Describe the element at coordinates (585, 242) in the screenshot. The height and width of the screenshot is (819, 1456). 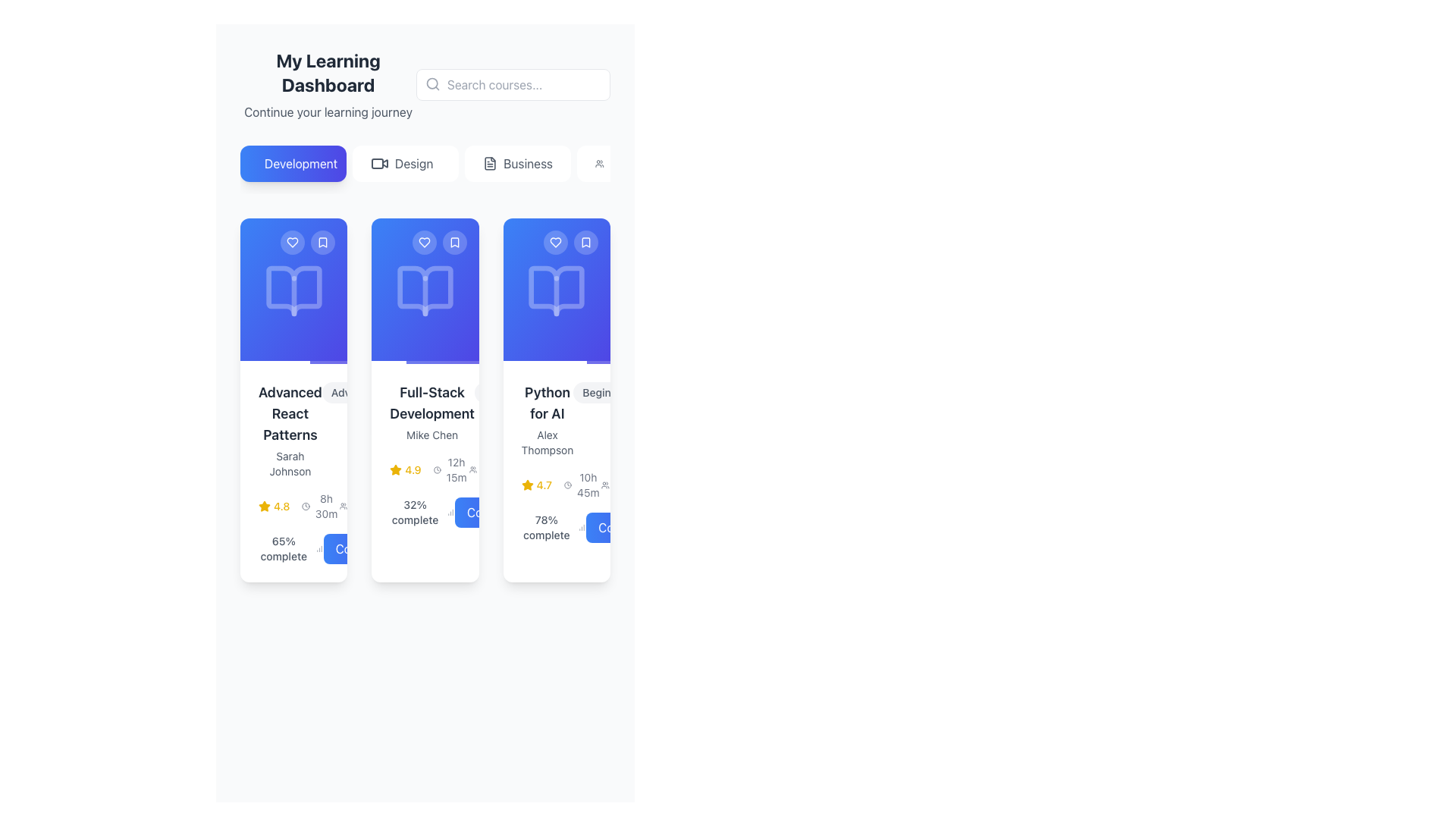
I see `the circular button with a semi-transparent white background and a bookmark icon at its center to bookmark the item` at that location.